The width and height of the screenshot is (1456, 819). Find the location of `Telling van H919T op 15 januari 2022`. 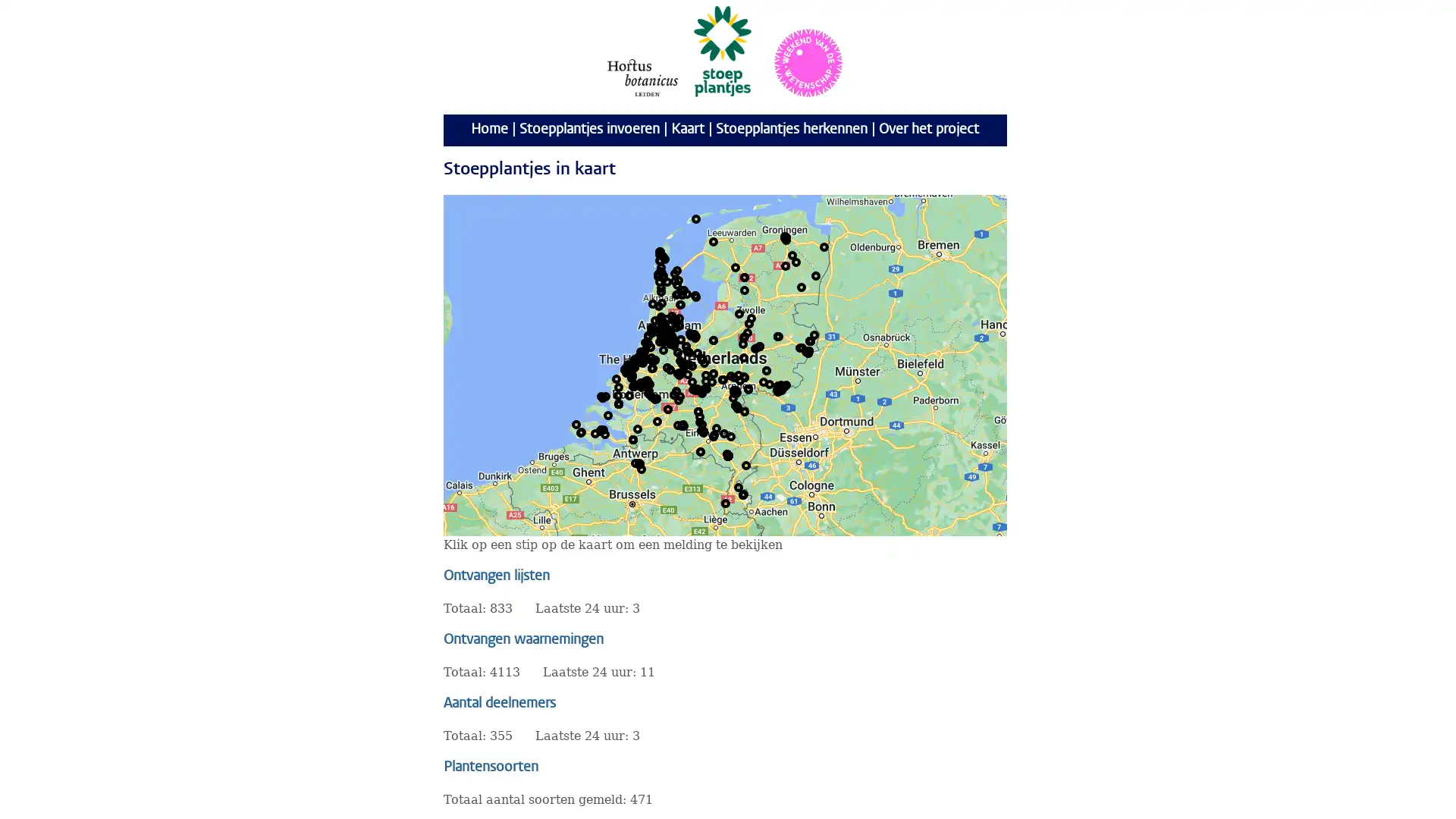

Telling van H919T op 15 januari 2022 is located at coordinates (644, 350).